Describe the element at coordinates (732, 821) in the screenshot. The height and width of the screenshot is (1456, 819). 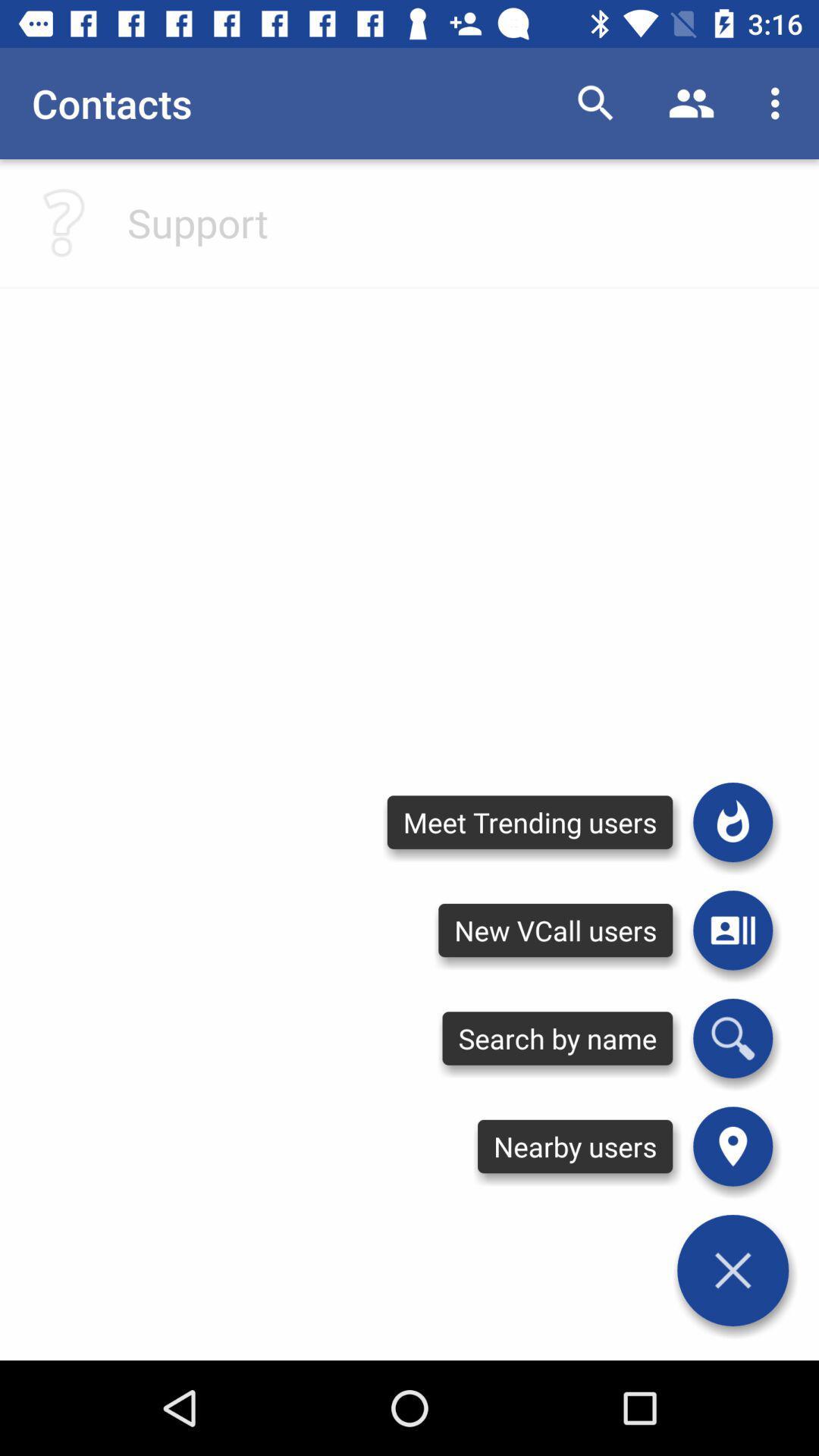
I see `the icon next to the meet trending users item` at that location.